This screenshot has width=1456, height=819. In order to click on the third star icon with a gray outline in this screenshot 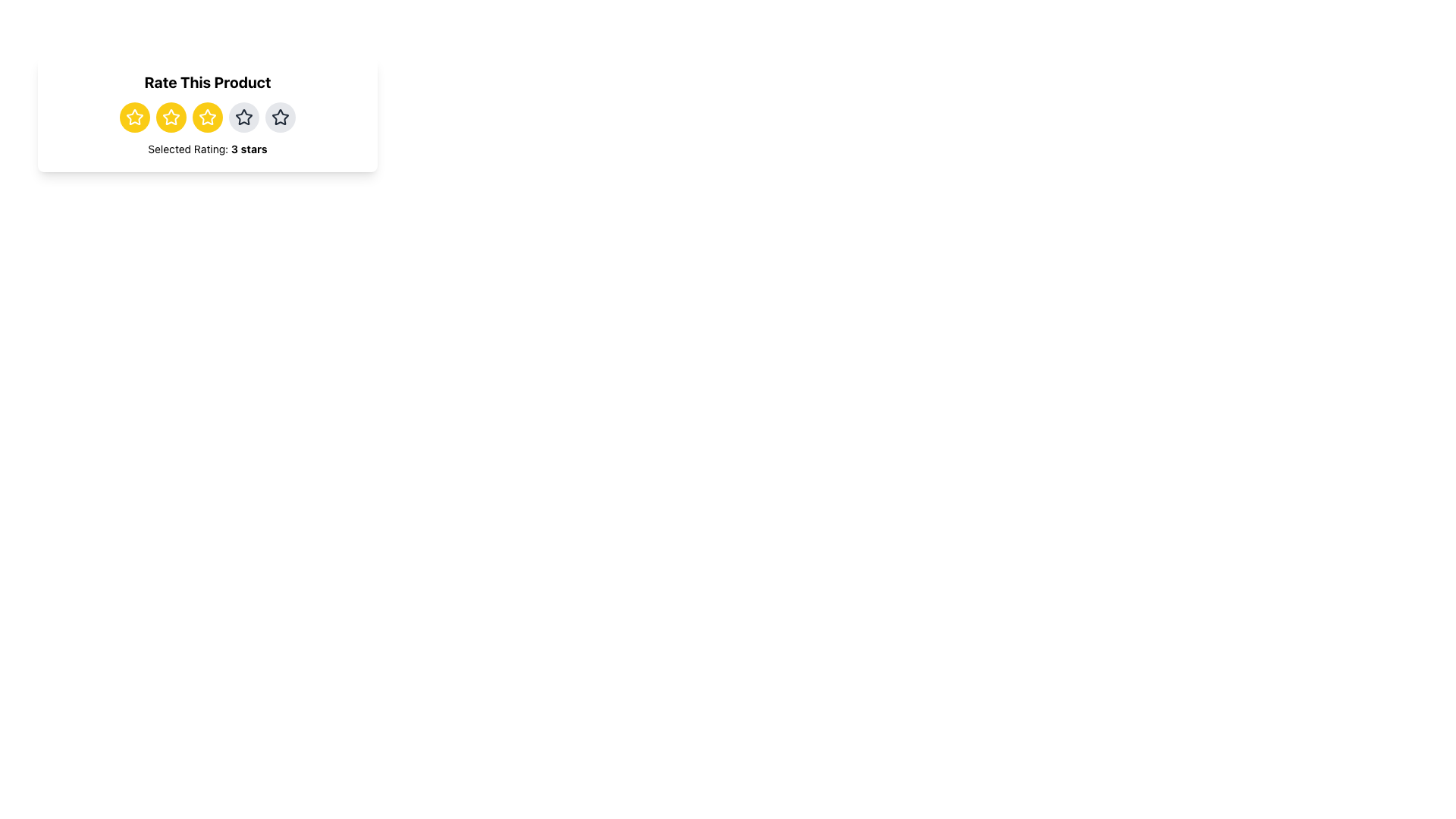, I will do `click(280, 116)`.